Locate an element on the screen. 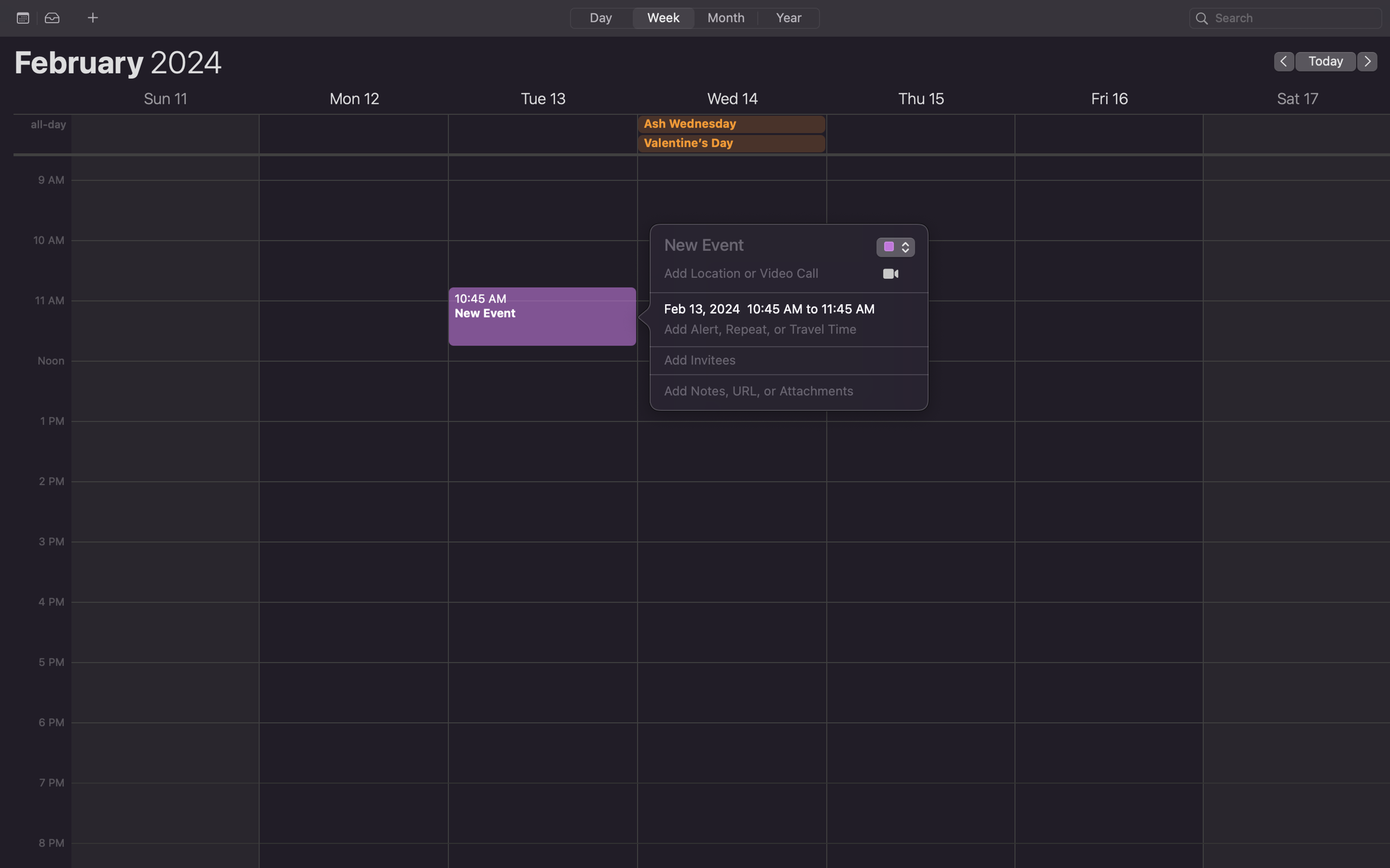 This screenshot has height=868, width=1390. Insert "Conference Room 2" as a new location is located at coordinates (762, 277).